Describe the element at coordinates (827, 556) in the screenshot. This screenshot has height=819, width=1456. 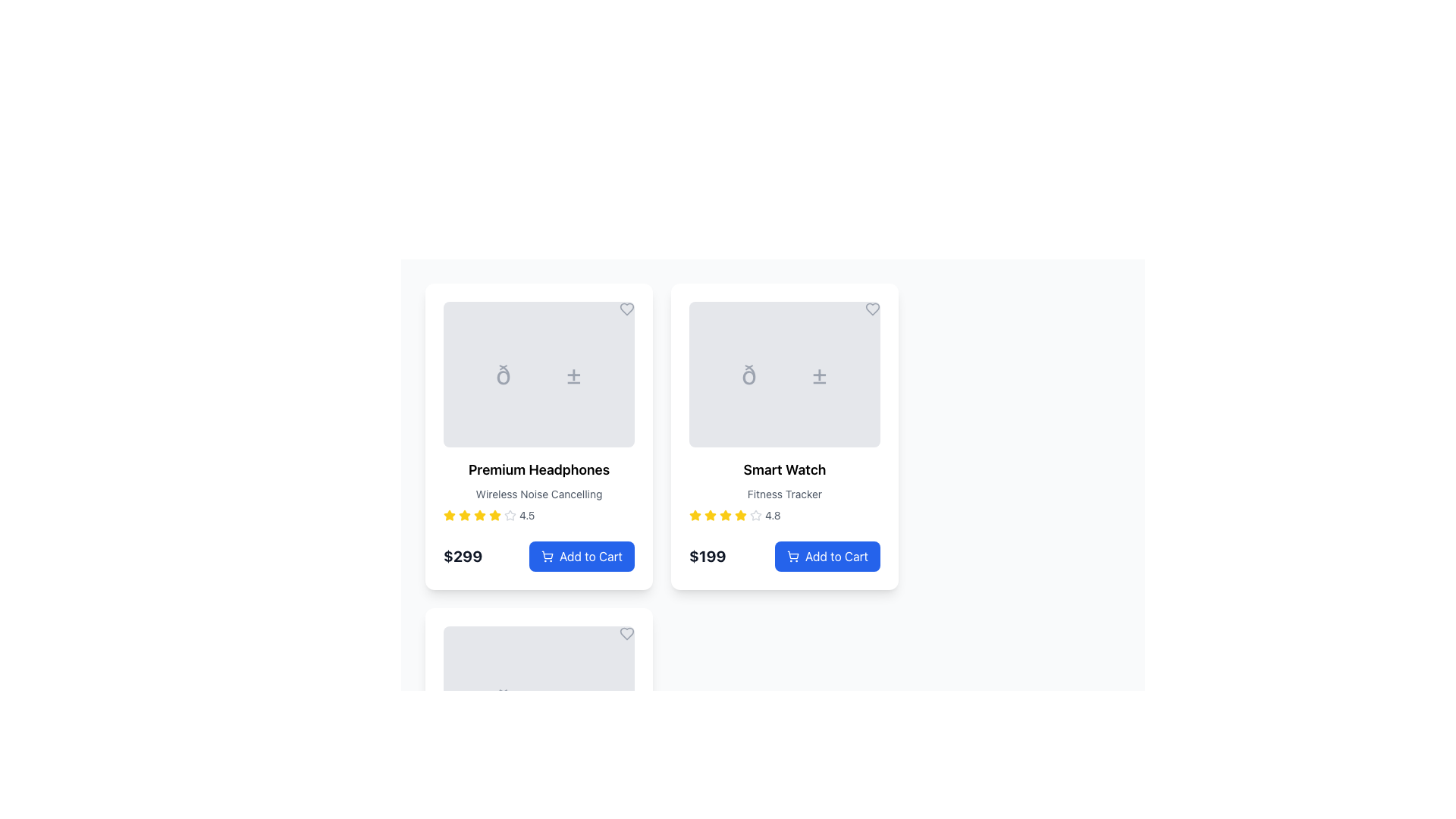
I see `the 'Add to Cart' button located in the bottom-right section of the product card for the 'Smart Watch'` at that location.